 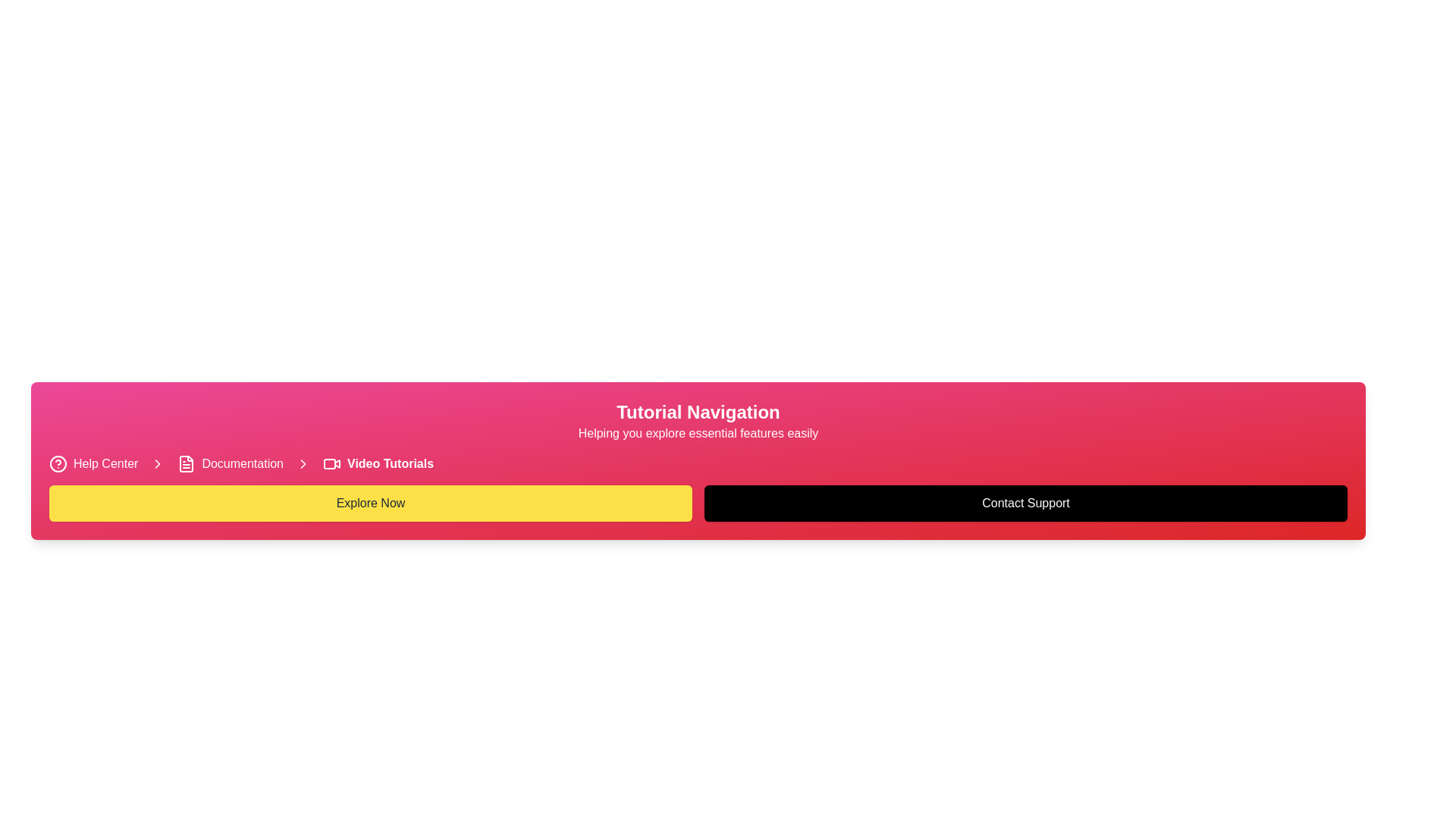 What do you see at coordinates (371, 503) in the screenshot?
I see `the first button in the horizontal layout, located to the left of the 'Contact Support' button, to initiate exploration` at bounding box center [371, 503].